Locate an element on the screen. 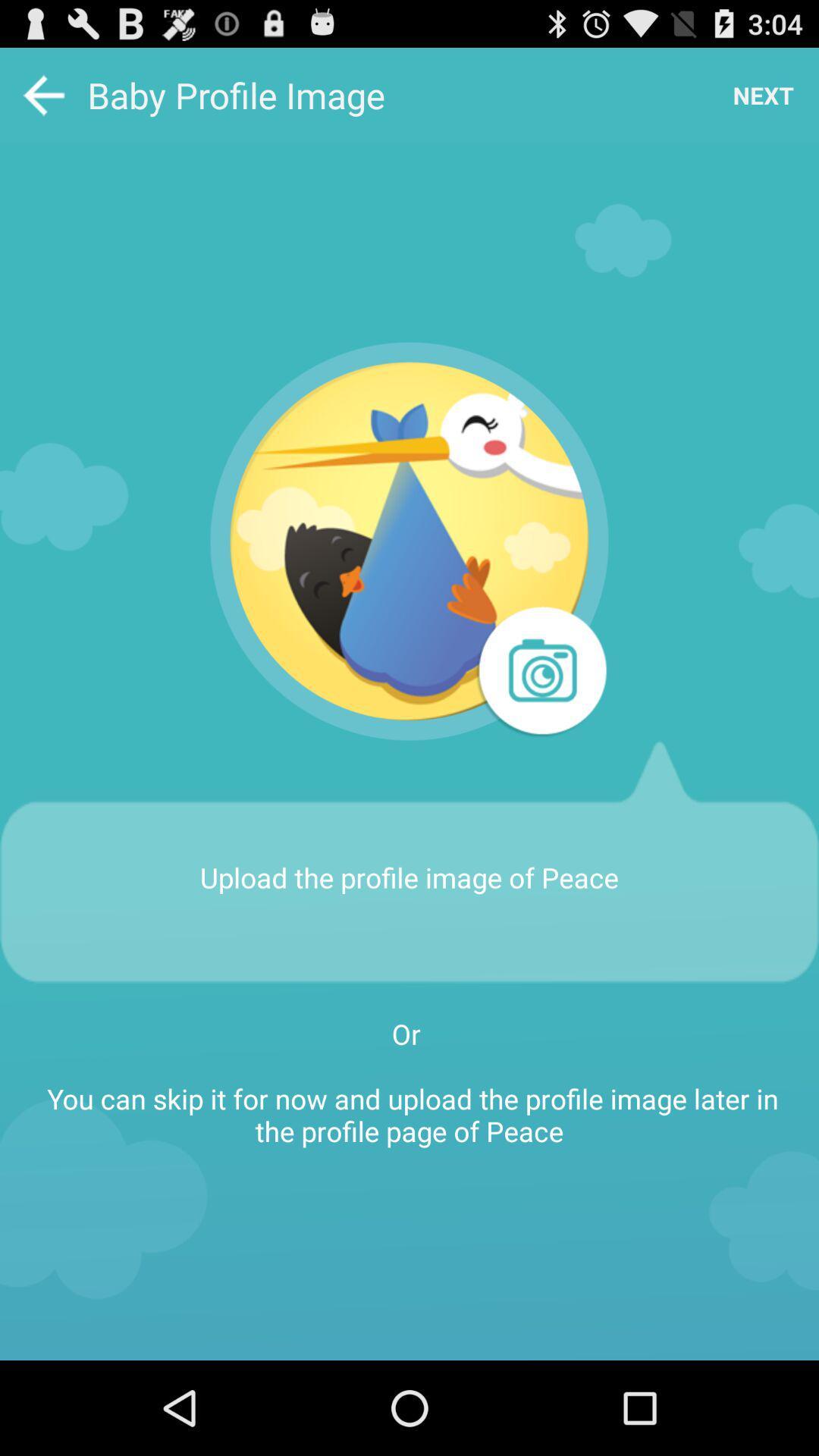  profile picture is located at coordinates (409, 541).